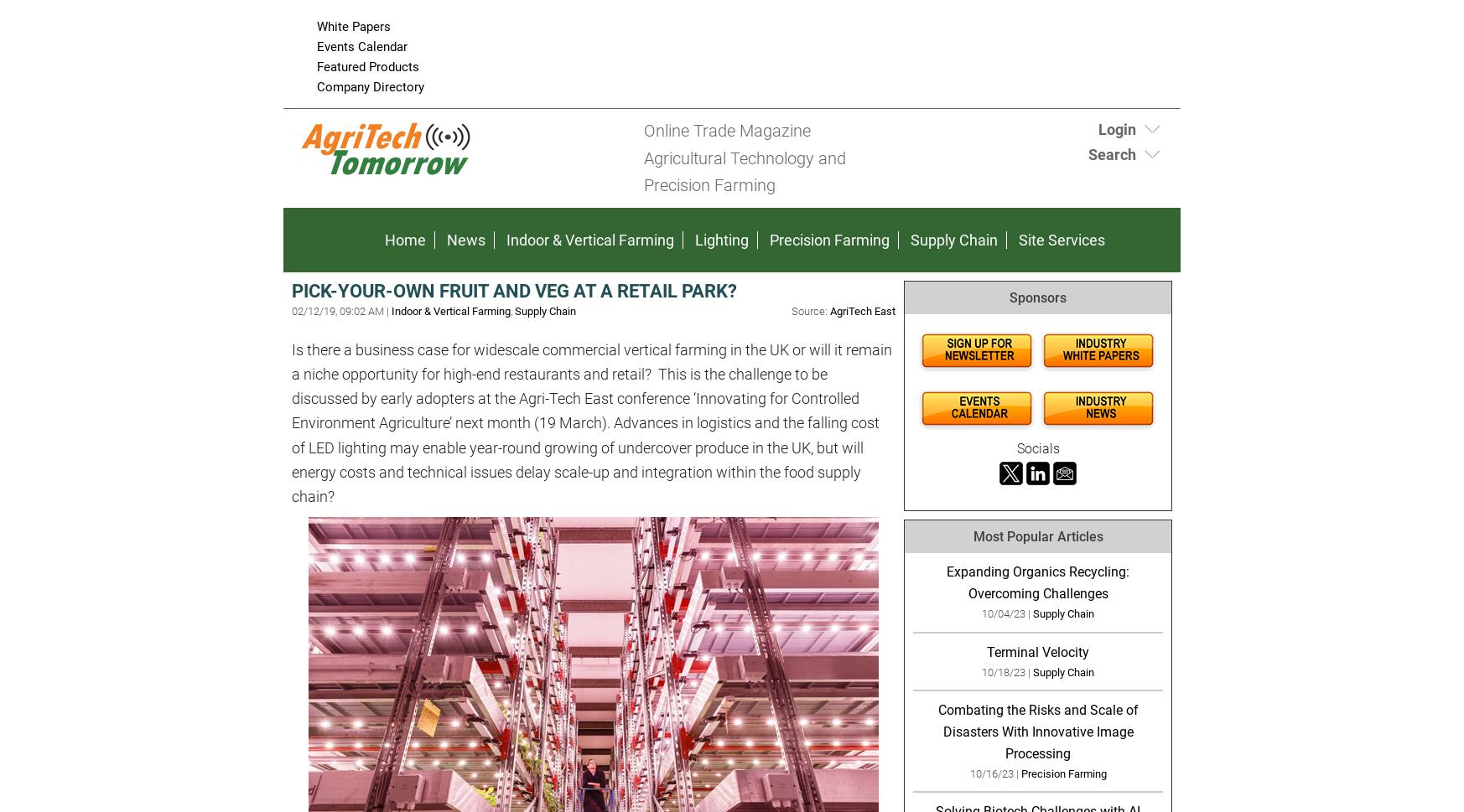 The width and height of the screenshot is (1464, 812). Describe the element at coordinates (316, 66) in the screenshot. I see `'Featured Products'` at that location.